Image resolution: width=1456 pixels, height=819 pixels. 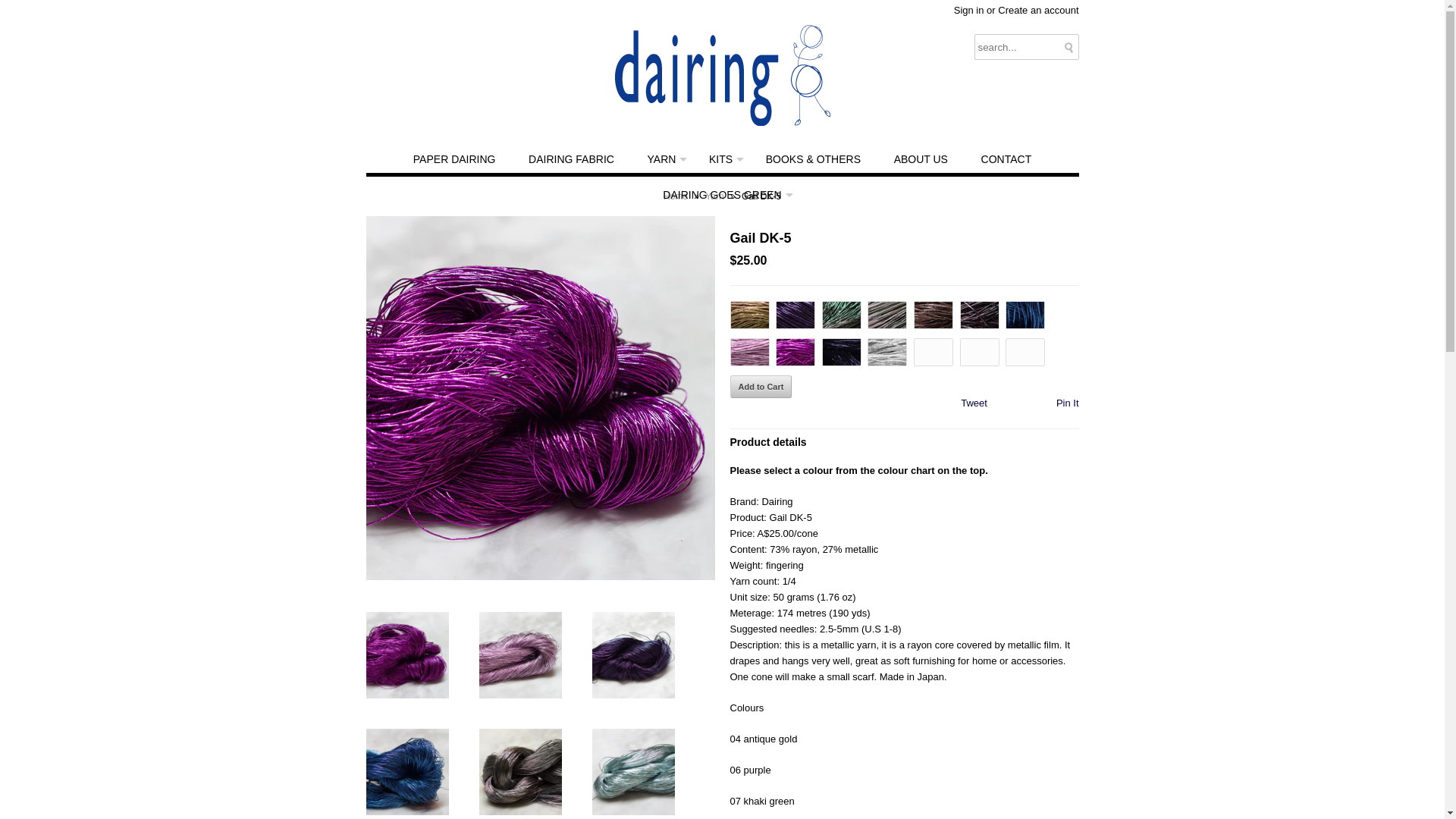 What do you see at coordinates (720, 194) in the screenshot?
I see `'DAIRING GOES GREEN'` at bounding box center [720, 194].